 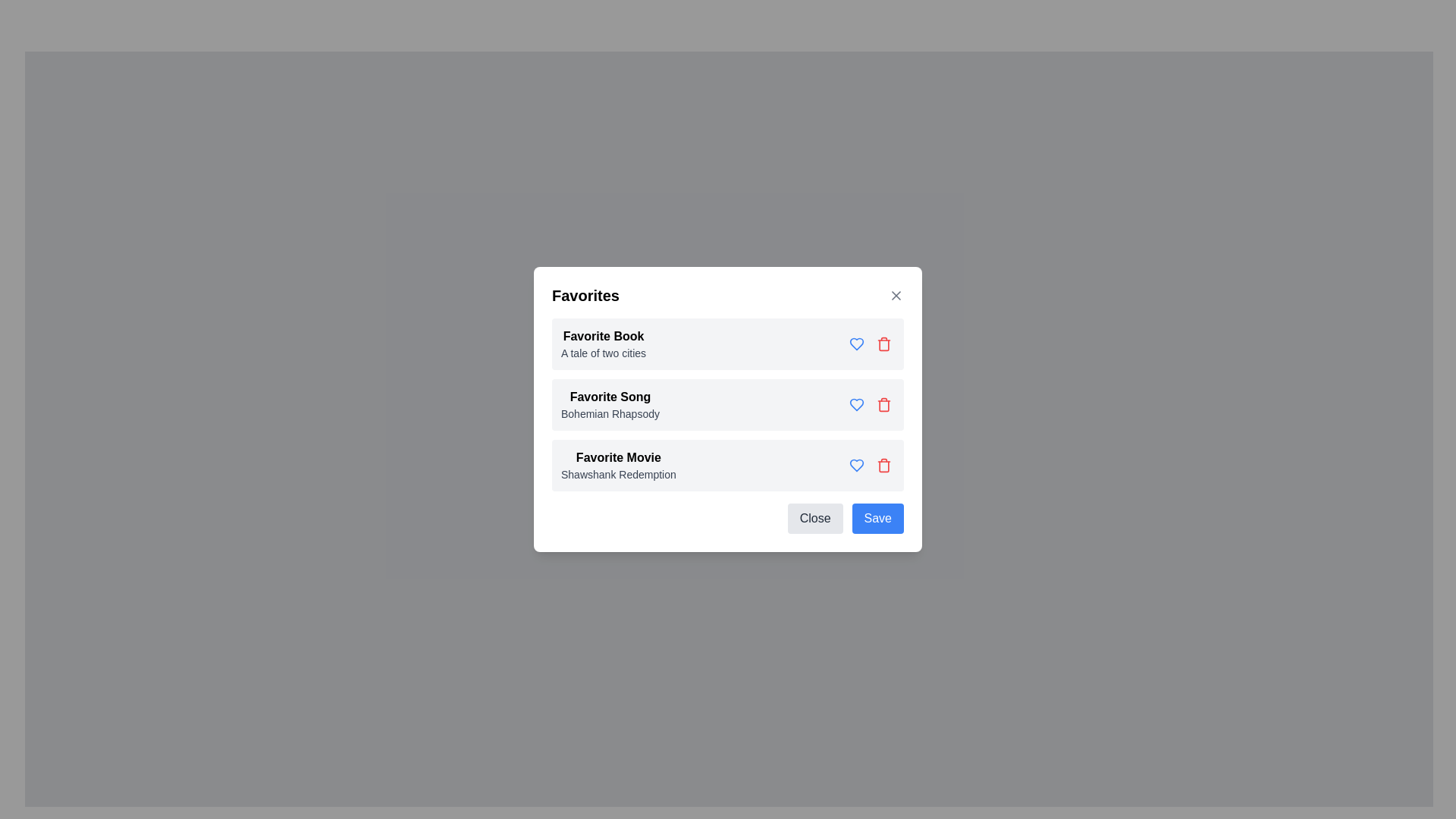 I want to click on the delete button located to the right of the text 'Bohemian Rhapsody' in the 'Favorites' modal window, so click(x=884, y=403).